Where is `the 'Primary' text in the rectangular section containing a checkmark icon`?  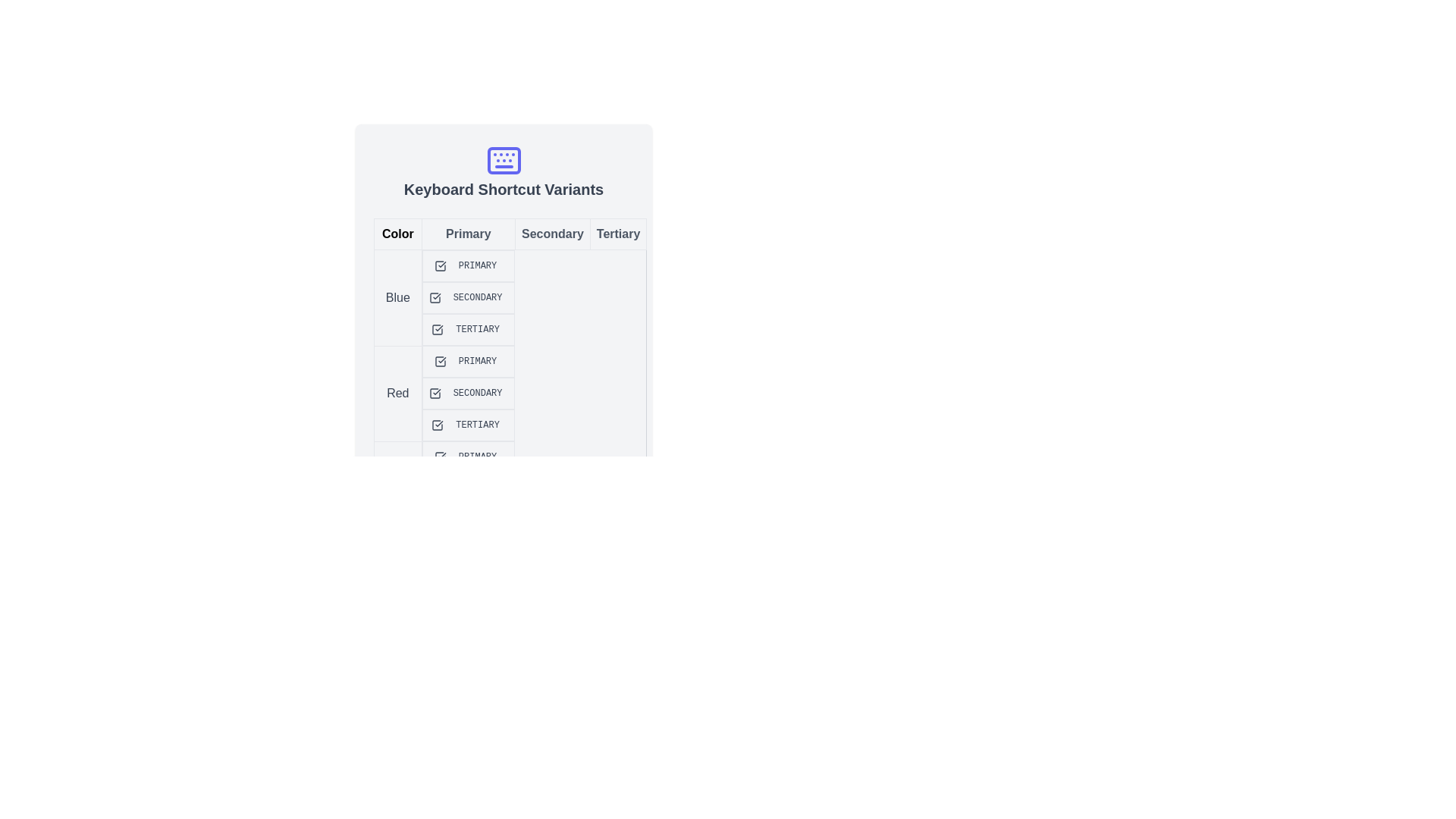 the 'Primary' text in the rectangular section containing a checkmark icon is located at coordinates (468, 362).